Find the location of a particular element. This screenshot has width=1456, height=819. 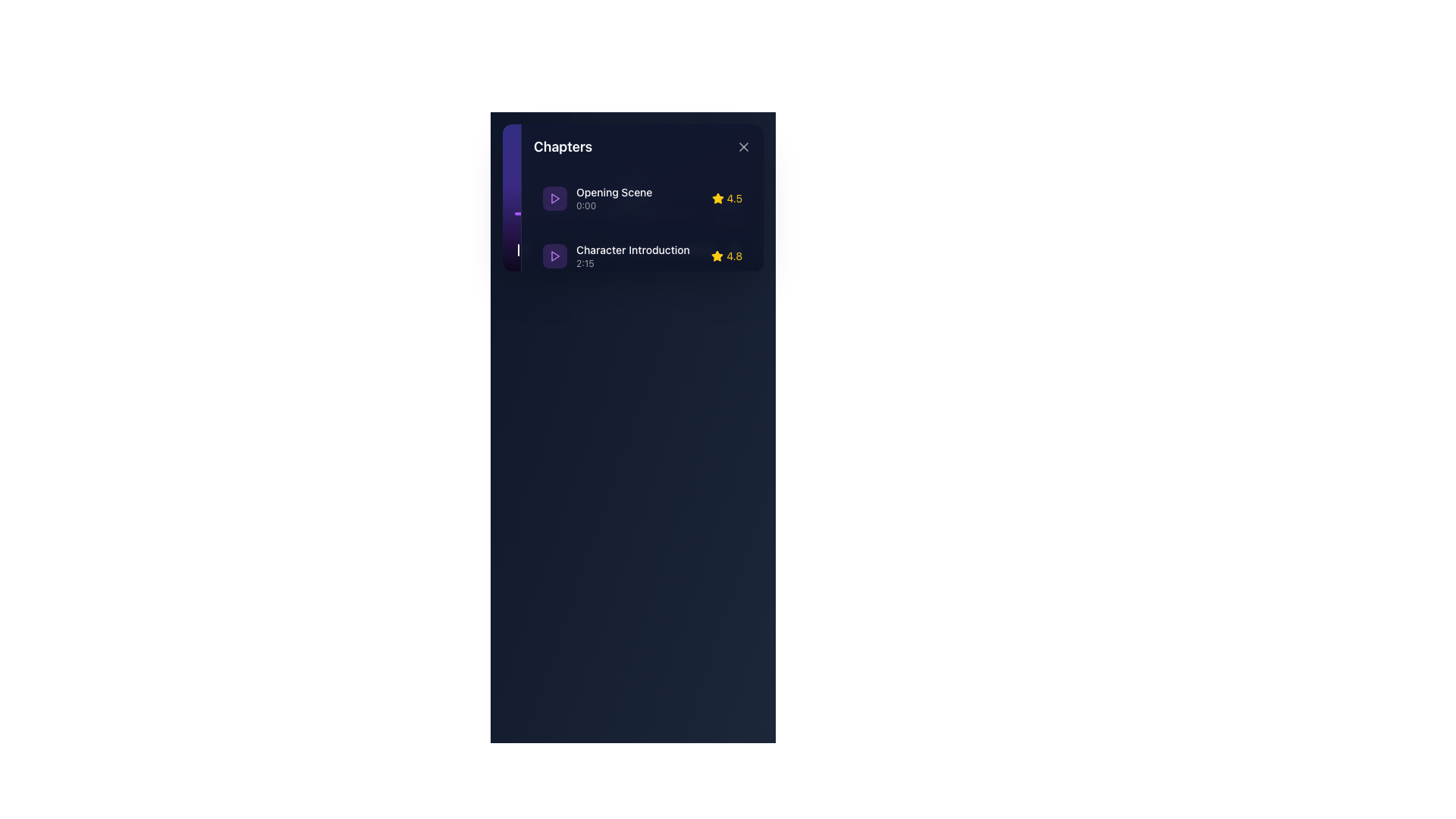

the star-shaped icon with a bright yellow fill, located next to the '4.5' rating in the first entry of the 'Chapters' section, right of 'Opening Scene' is located at coordinates (717, 198).